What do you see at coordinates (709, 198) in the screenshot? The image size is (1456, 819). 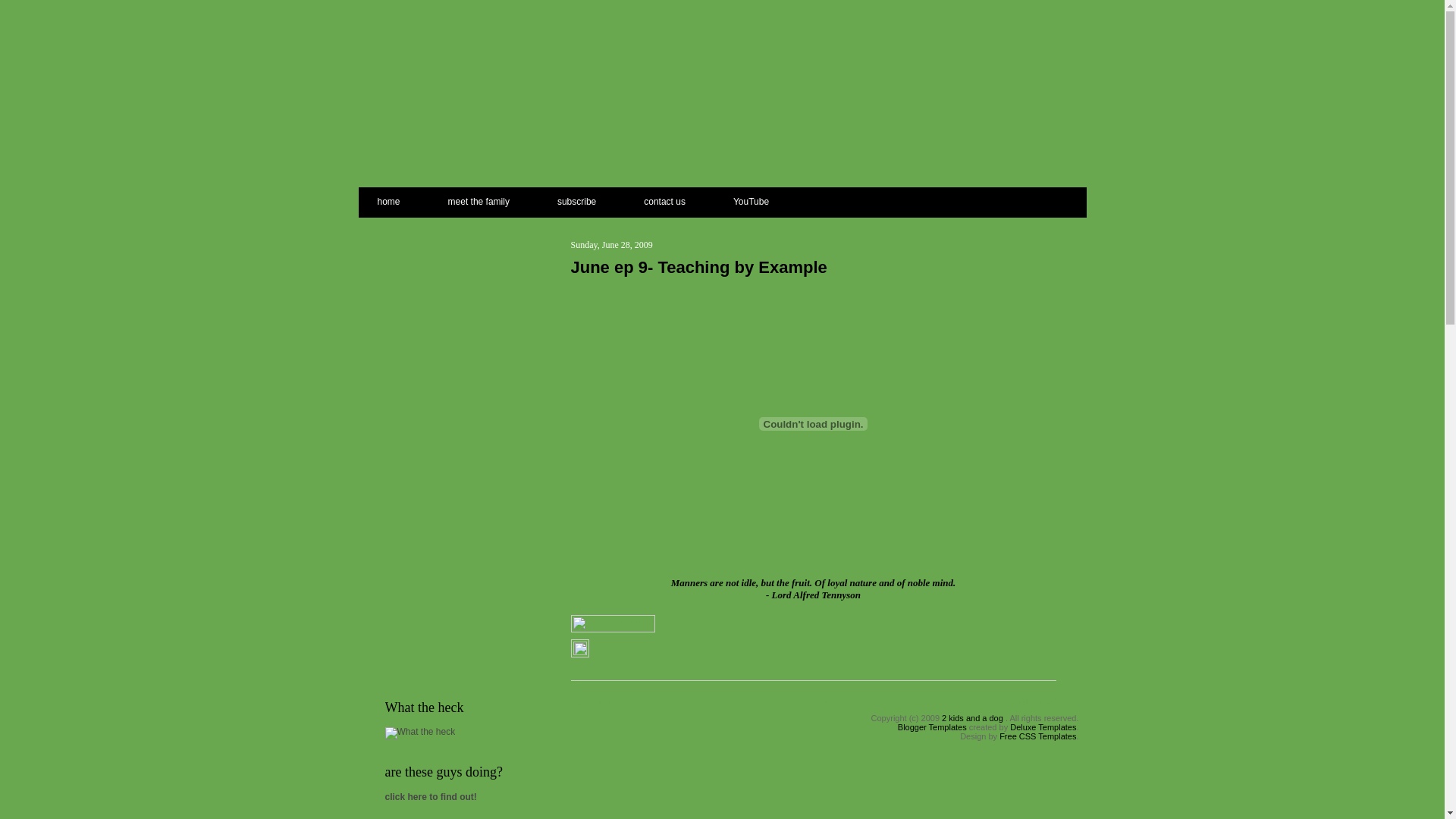 I see `'YouTube'` at bounding box center [709, 198].